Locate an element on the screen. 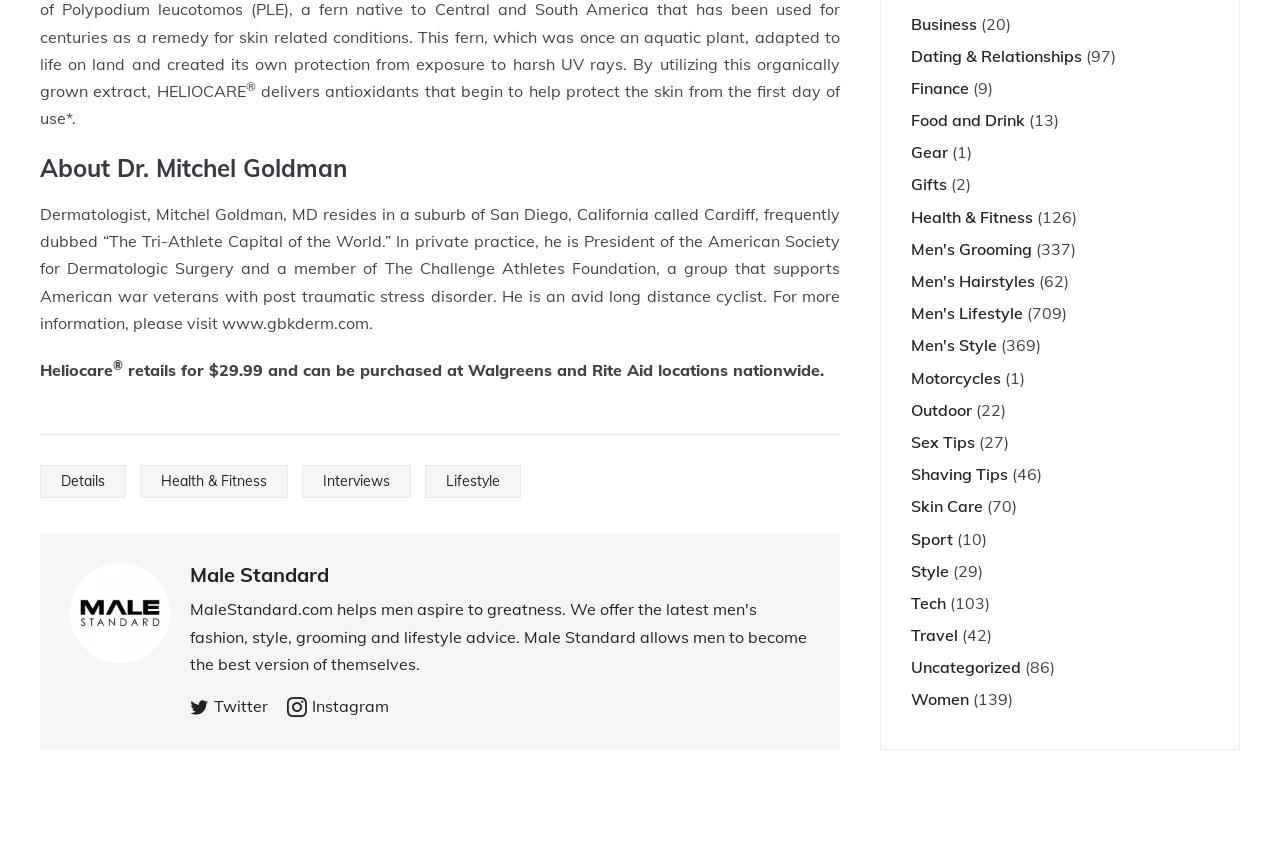 This screenshot has width=1280, height=864. 'Dating & Relationships' is located at coordinates (996, 55).